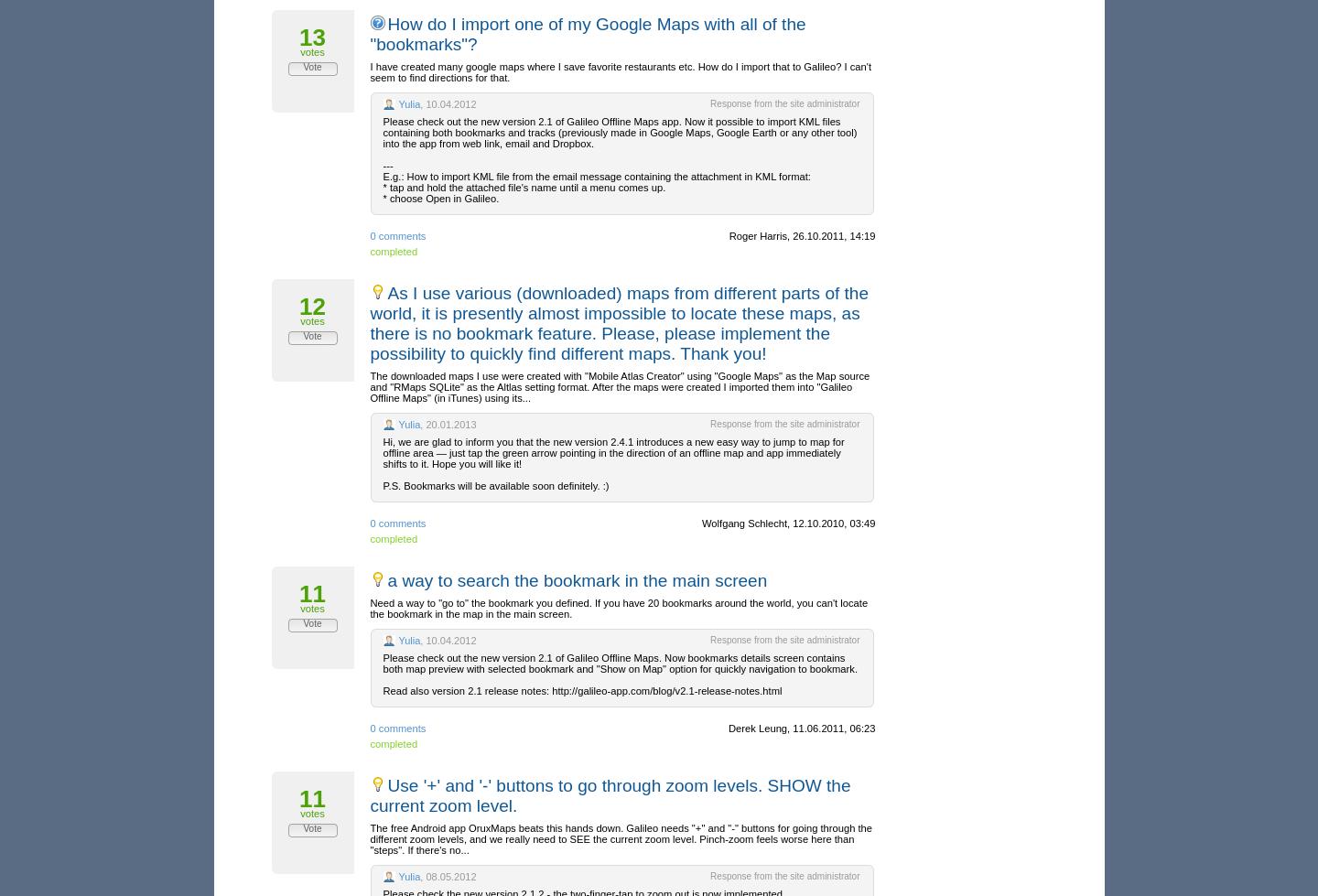  I want to click on 'E.g.: How to import KML file from the email message containing the attachment in KML format:', so click(595, 176).